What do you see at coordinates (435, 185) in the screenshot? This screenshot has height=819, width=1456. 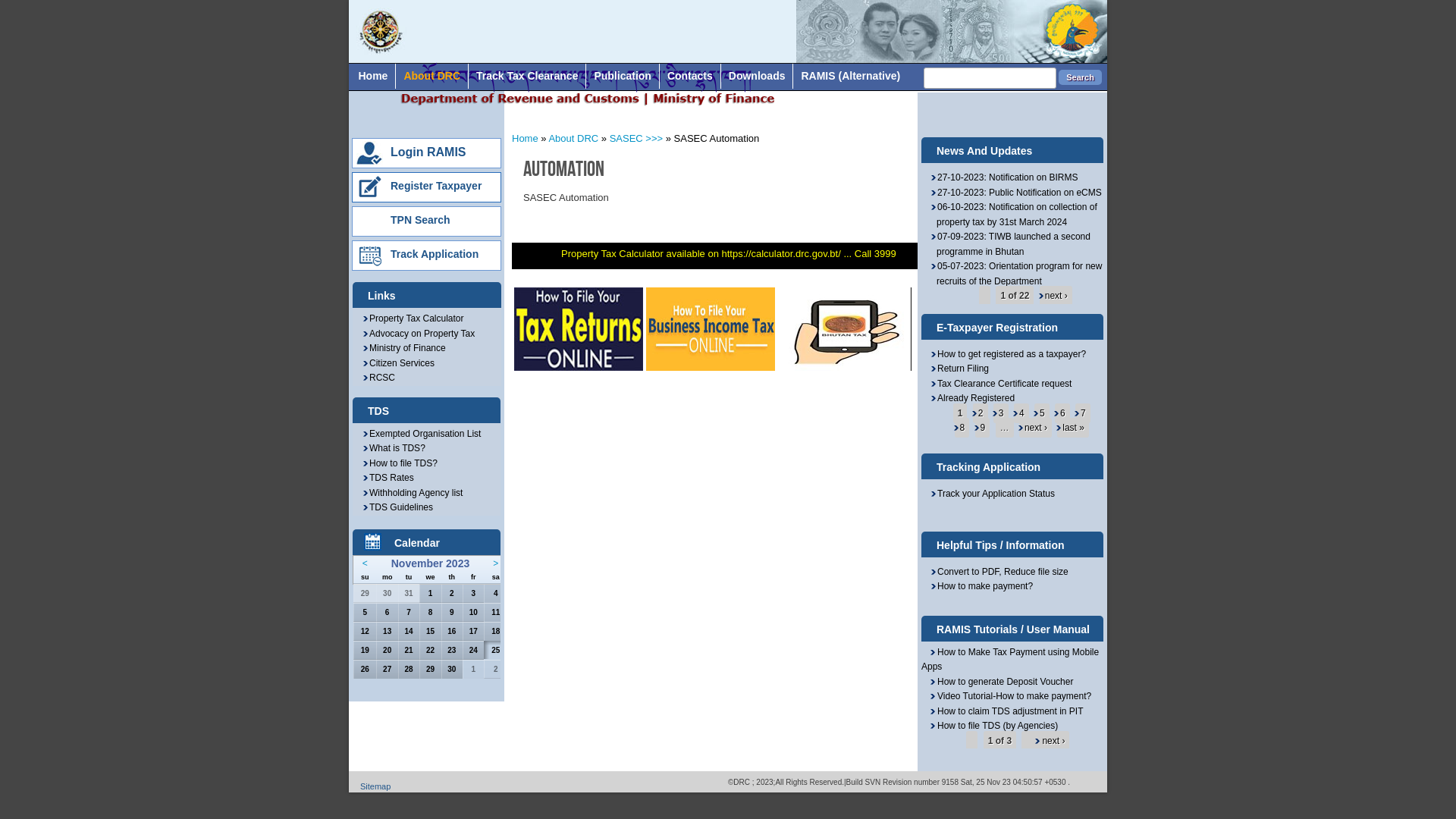 I see `'Register Taxpayer'` at bounding box center [435, 185].